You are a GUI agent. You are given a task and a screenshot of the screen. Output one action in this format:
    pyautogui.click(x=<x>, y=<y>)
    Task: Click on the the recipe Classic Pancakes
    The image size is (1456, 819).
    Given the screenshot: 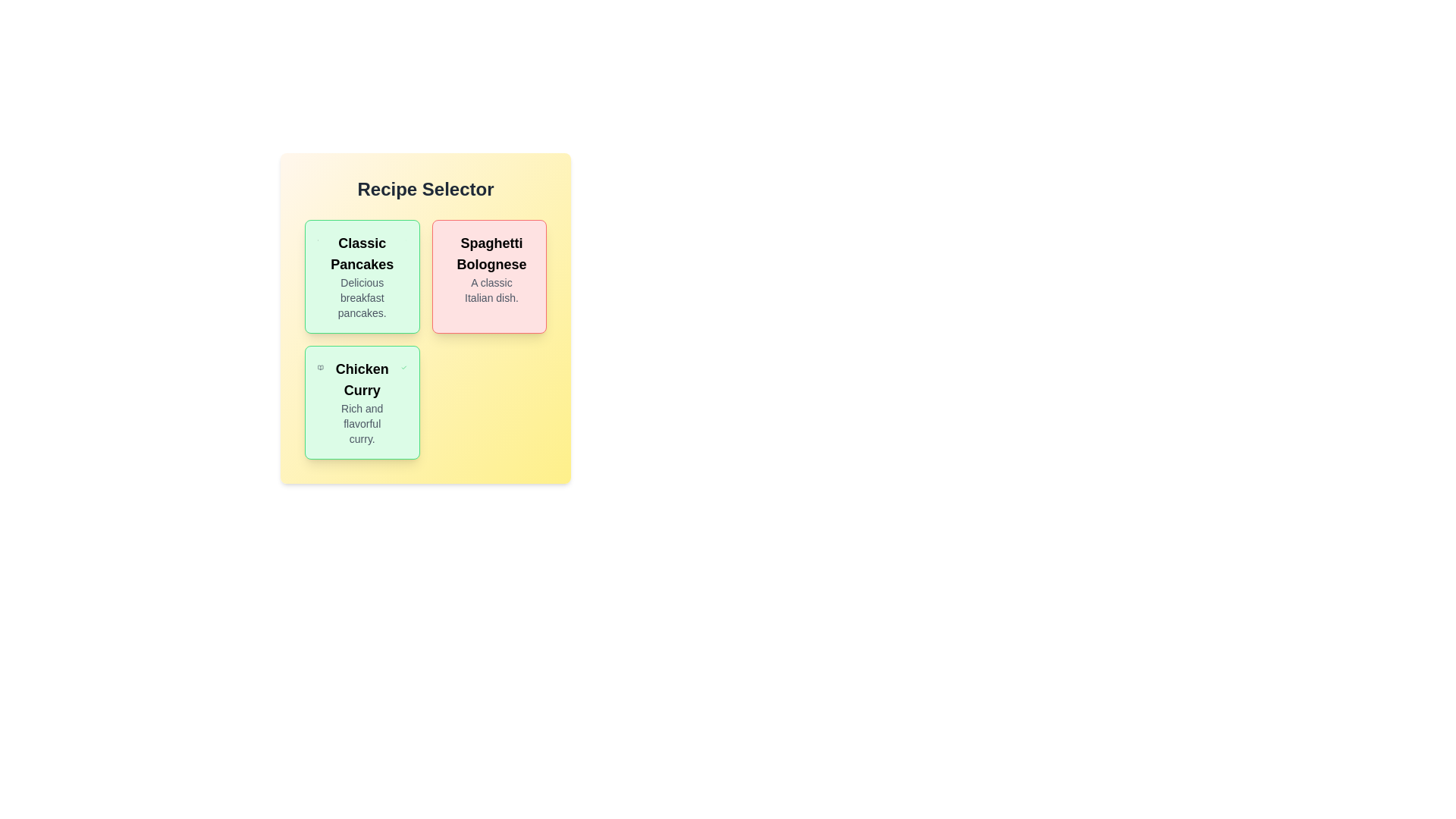 What is the action you would take?
    pyautogui.click(x=361, y=277)
    